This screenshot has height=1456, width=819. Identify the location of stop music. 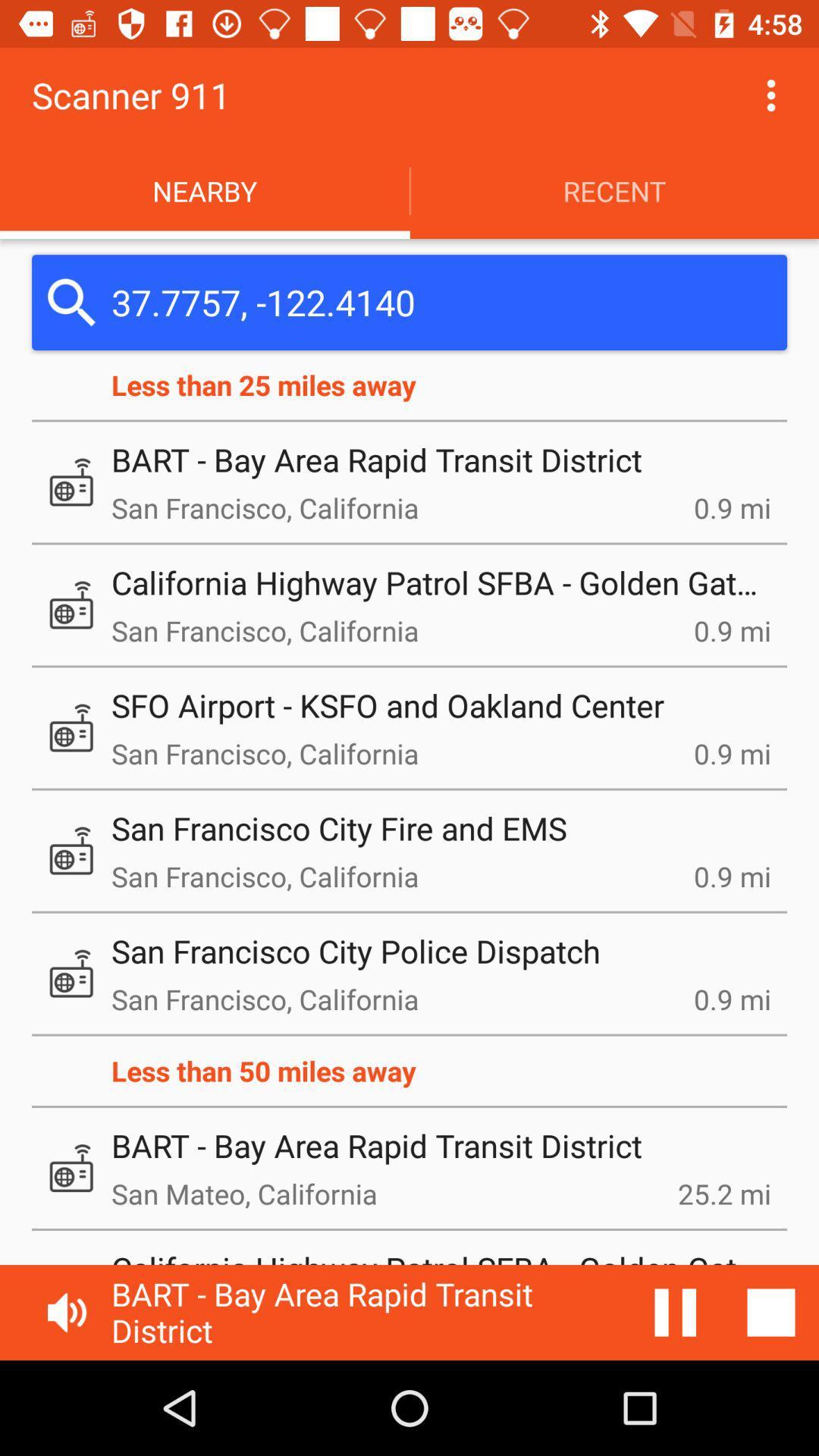
(771, 1312).